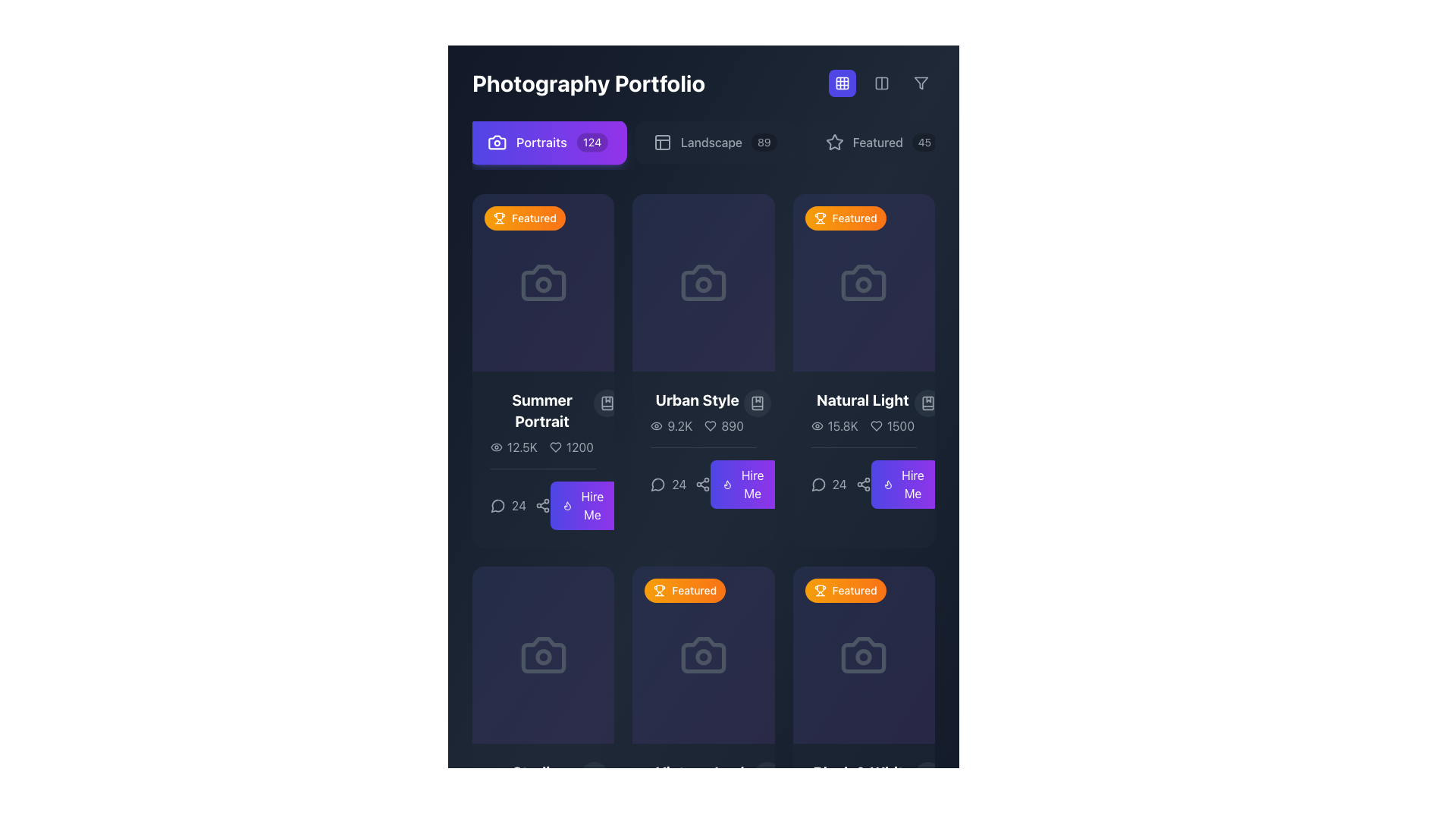  I want to click on the share icon button located in the 'Urban Style' card, which resembles a minimalistic gray share icon with interconnected circles and lines, so click(702, 485).